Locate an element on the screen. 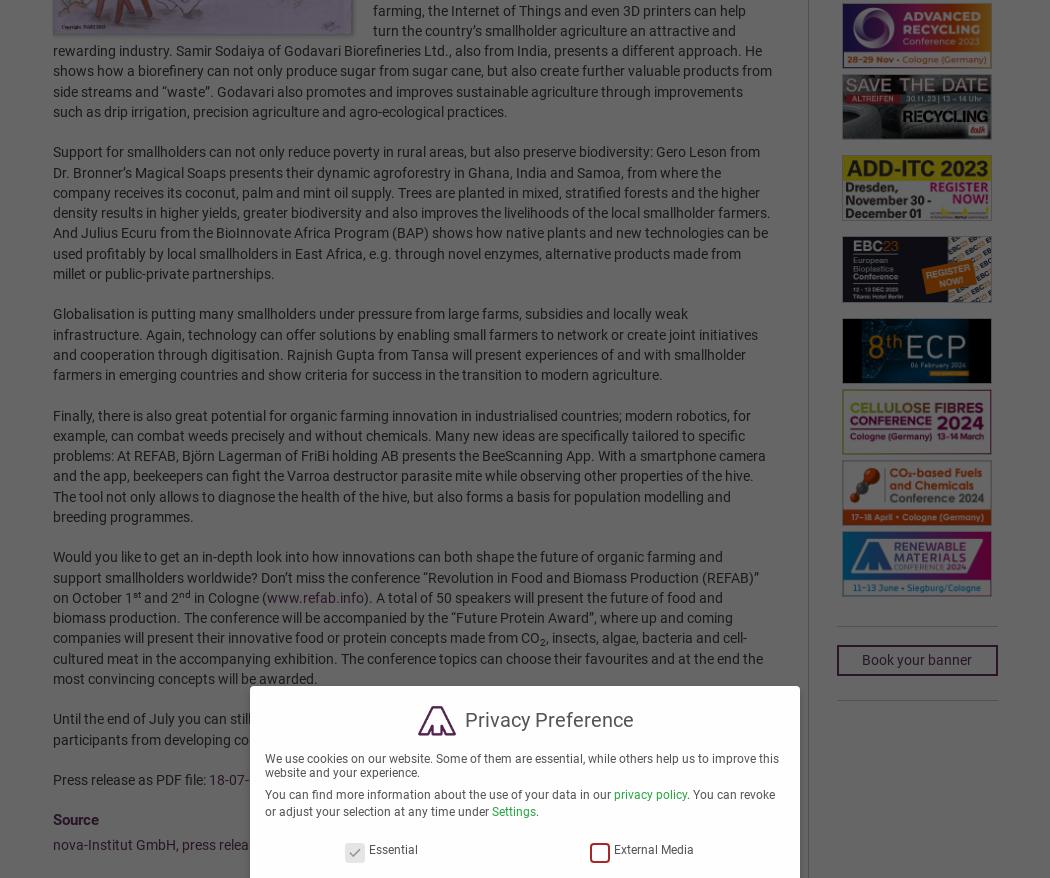 The width and height of the screenshot is (1050, 878). 'nd' is located at coordinates (183, 593).